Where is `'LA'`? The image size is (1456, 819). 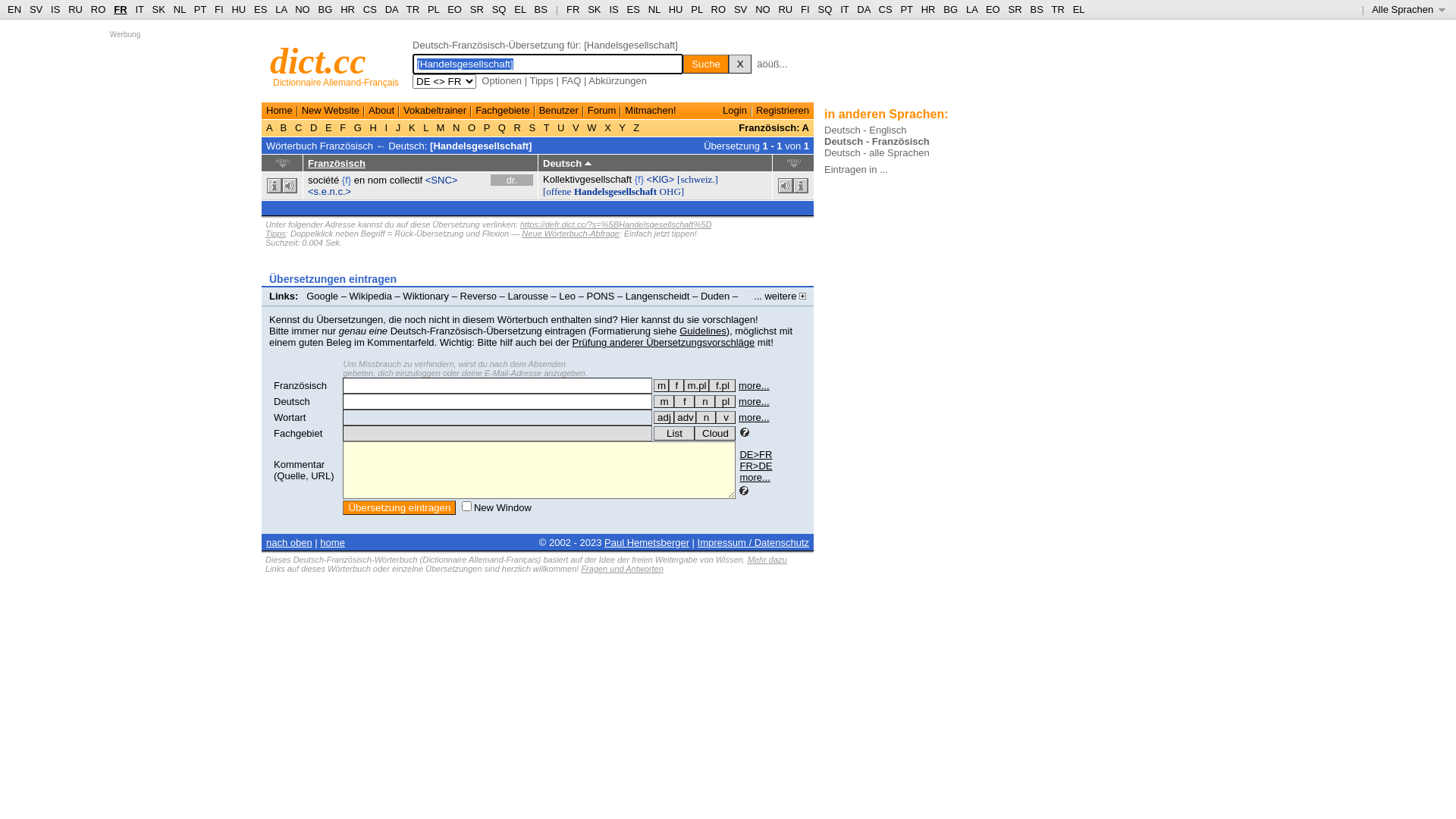
'LA' is located at coordinates (971, 9).